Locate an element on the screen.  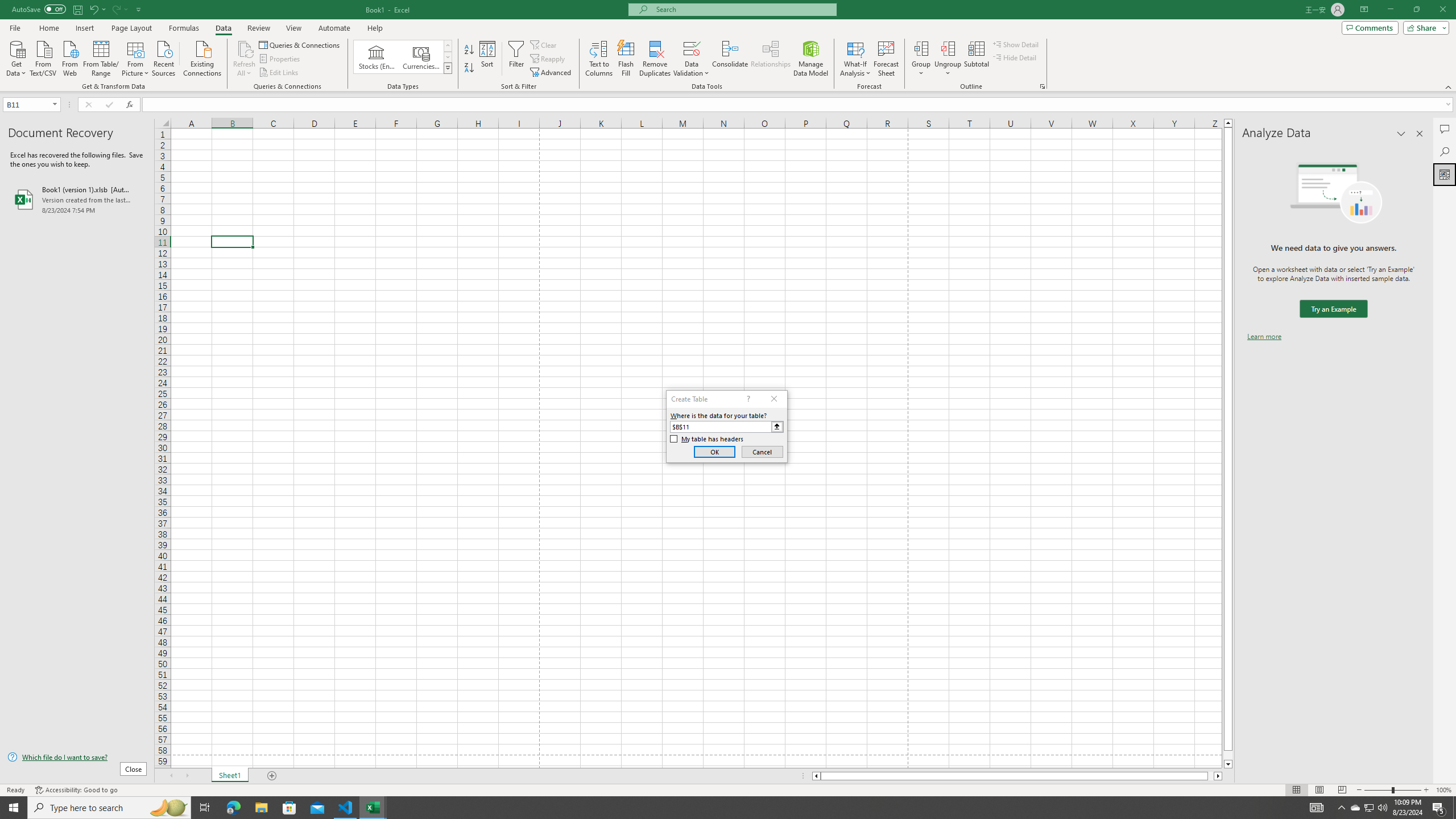
'Manage Data Model' is located at coordinates (810, 59).